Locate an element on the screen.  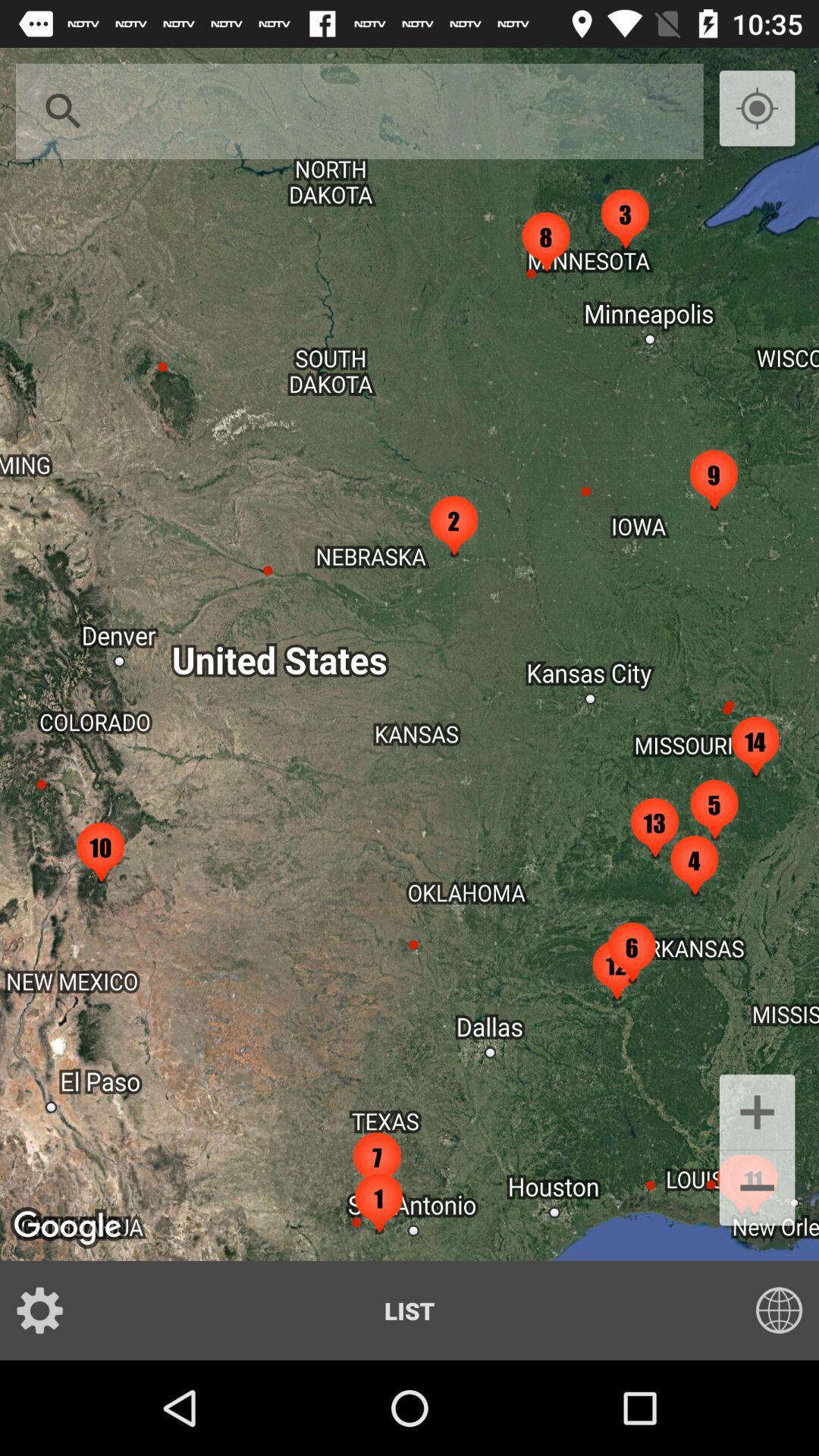
icon at the top left corner is located at coordinates (63, 111).